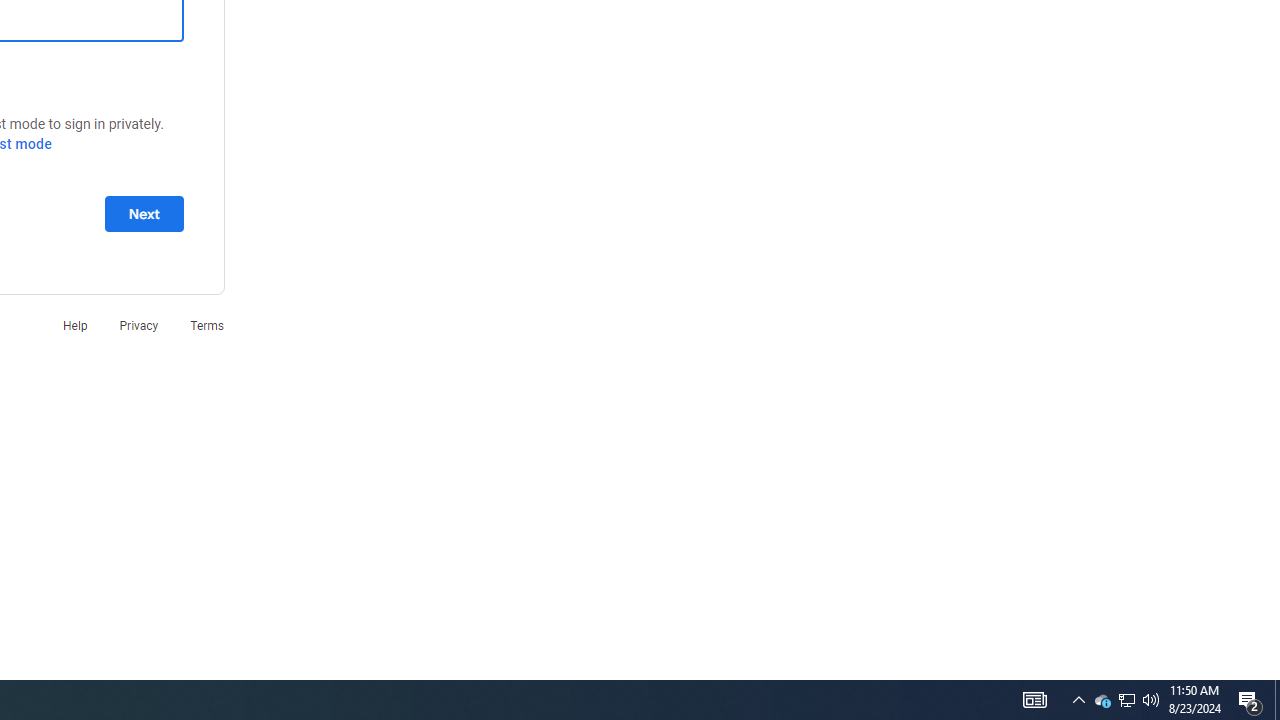 Image resolution: width=1280 pixels, height=720 pixels. I want to click on 'Next', so click(143, 213).